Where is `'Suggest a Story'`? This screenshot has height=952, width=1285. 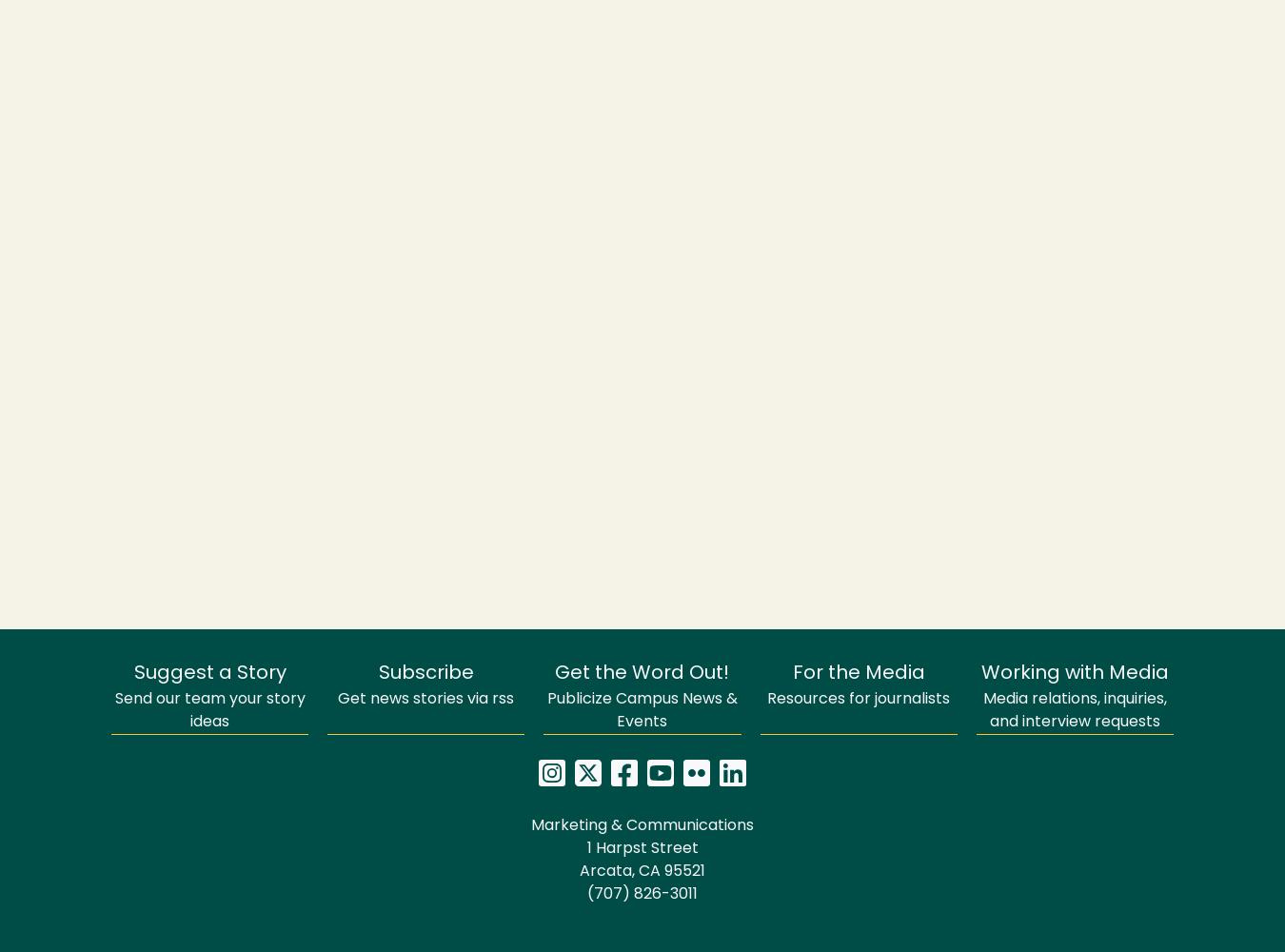 'Suggest a Story' is located at coordinates (209, 673).